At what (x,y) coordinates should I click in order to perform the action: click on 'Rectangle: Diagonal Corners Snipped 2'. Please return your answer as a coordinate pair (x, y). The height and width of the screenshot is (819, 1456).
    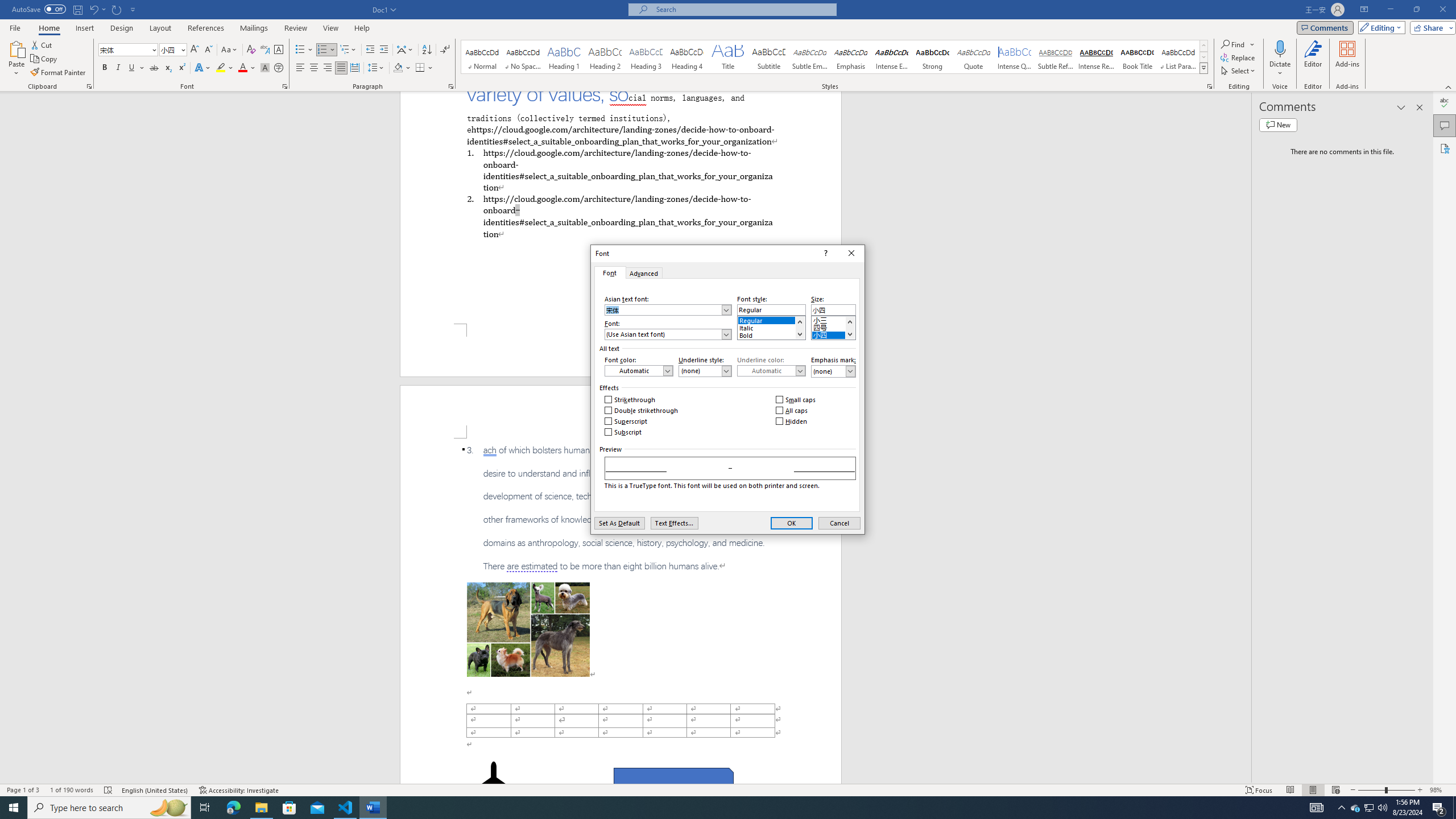
    Looking at the image, I should click on (673, 780).